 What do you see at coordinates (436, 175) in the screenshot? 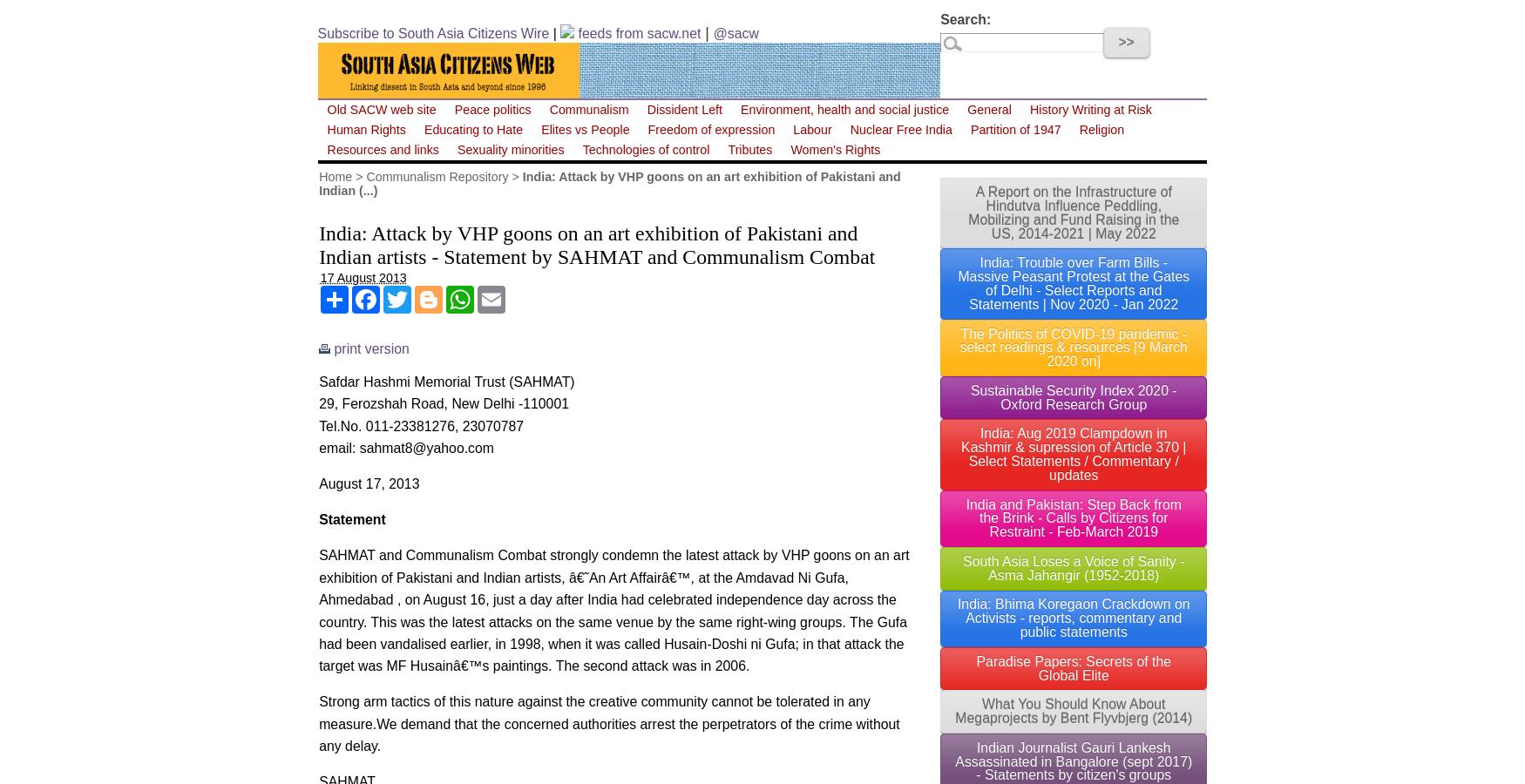
I see `'Communalism Repository'` at bounding box center [436, 175].